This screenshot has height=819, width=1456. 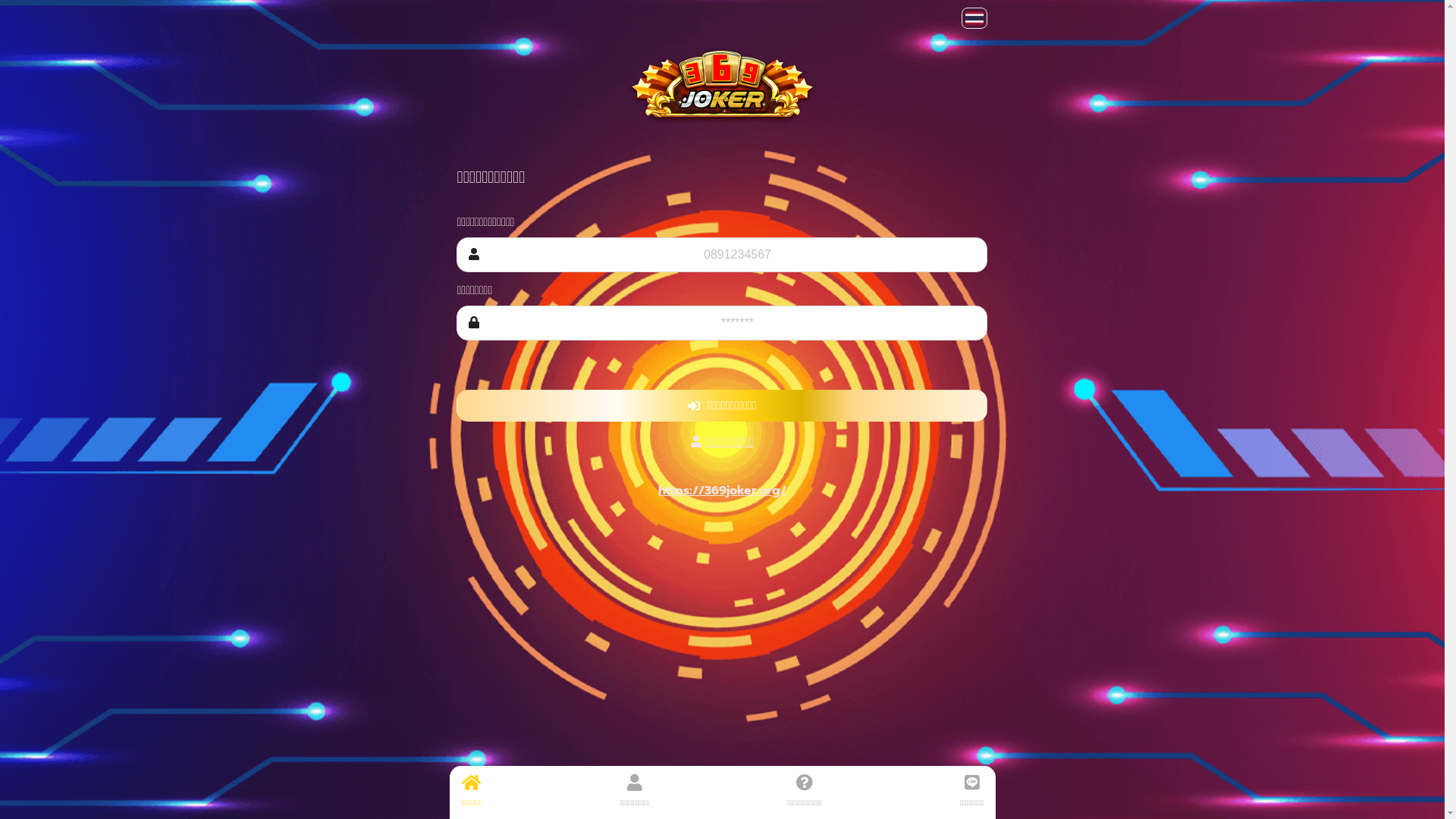 I want to click on 'https://369joker.org/', so click(x=721, y=491).